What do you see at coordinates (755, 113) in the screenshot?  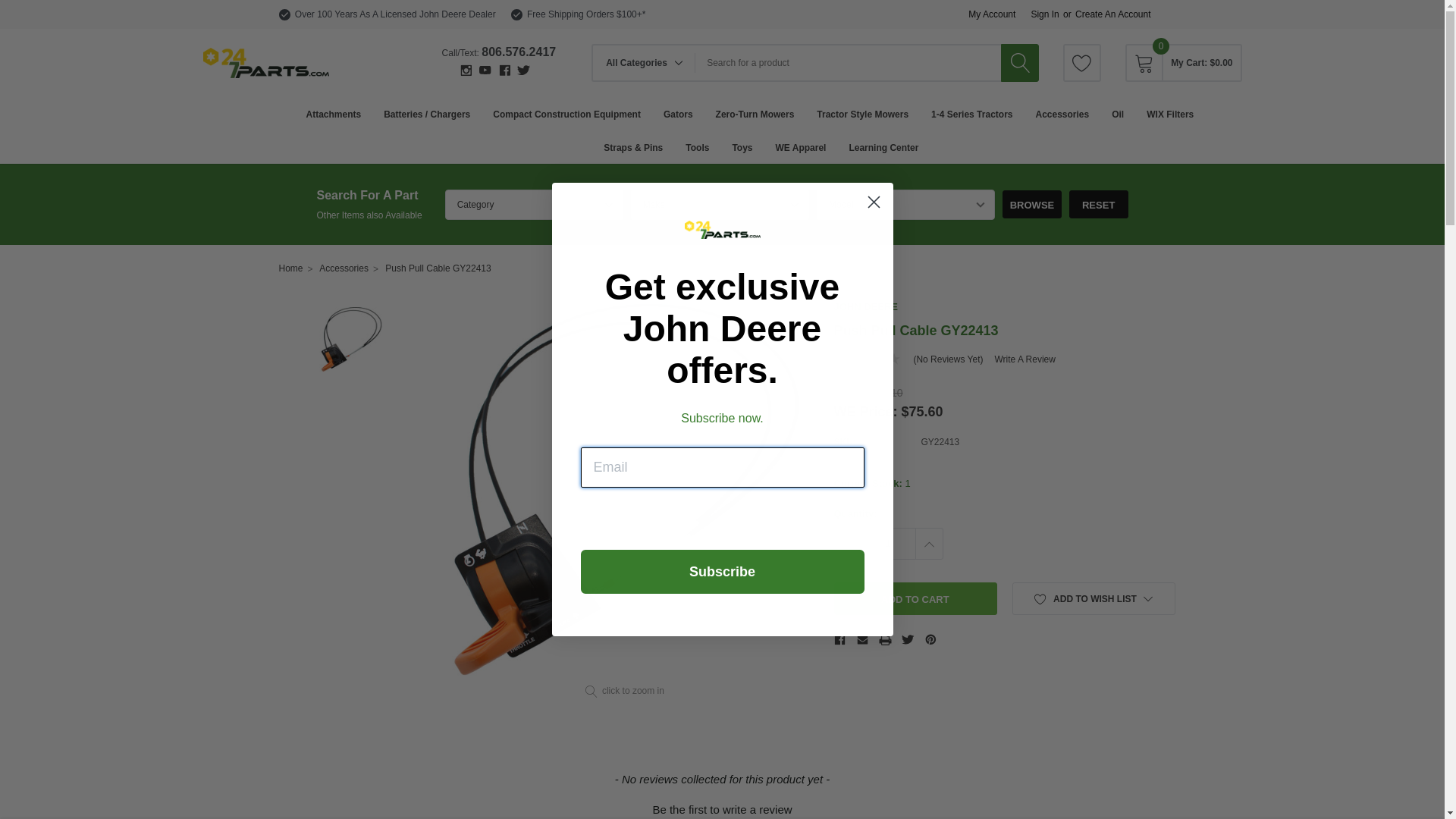 I see `'Zero-Turn Mowers'` at bounding box center [755, 113].